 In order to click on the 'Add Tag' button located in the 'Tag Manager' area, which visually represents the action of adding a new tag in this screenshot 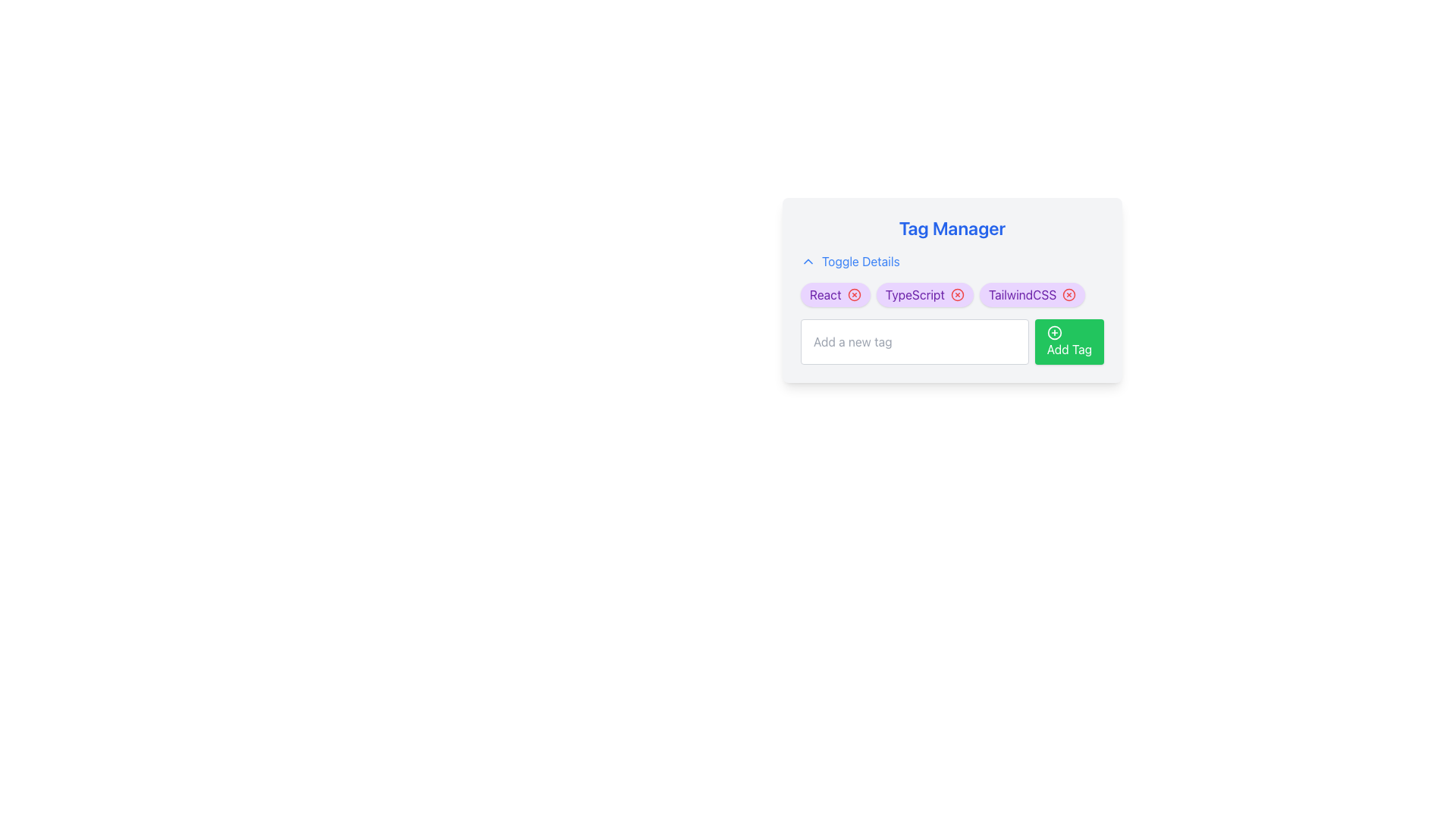, I will do `click(1053, 332)`.